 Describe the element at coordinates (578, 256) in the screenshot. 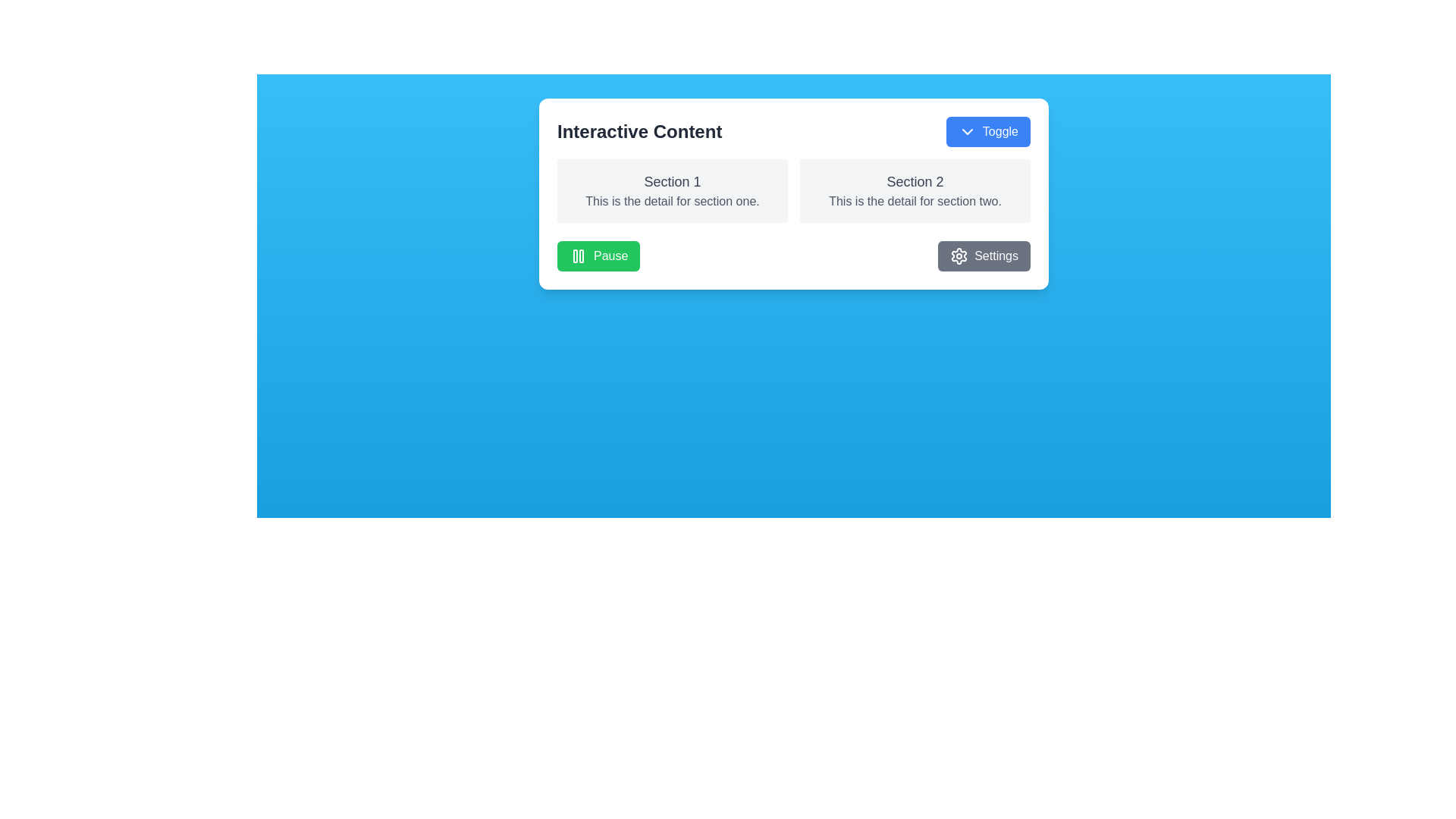

I see `the green button containing the 'Pause' icon, which is located at the bottom left of the white interactive card` at that location.